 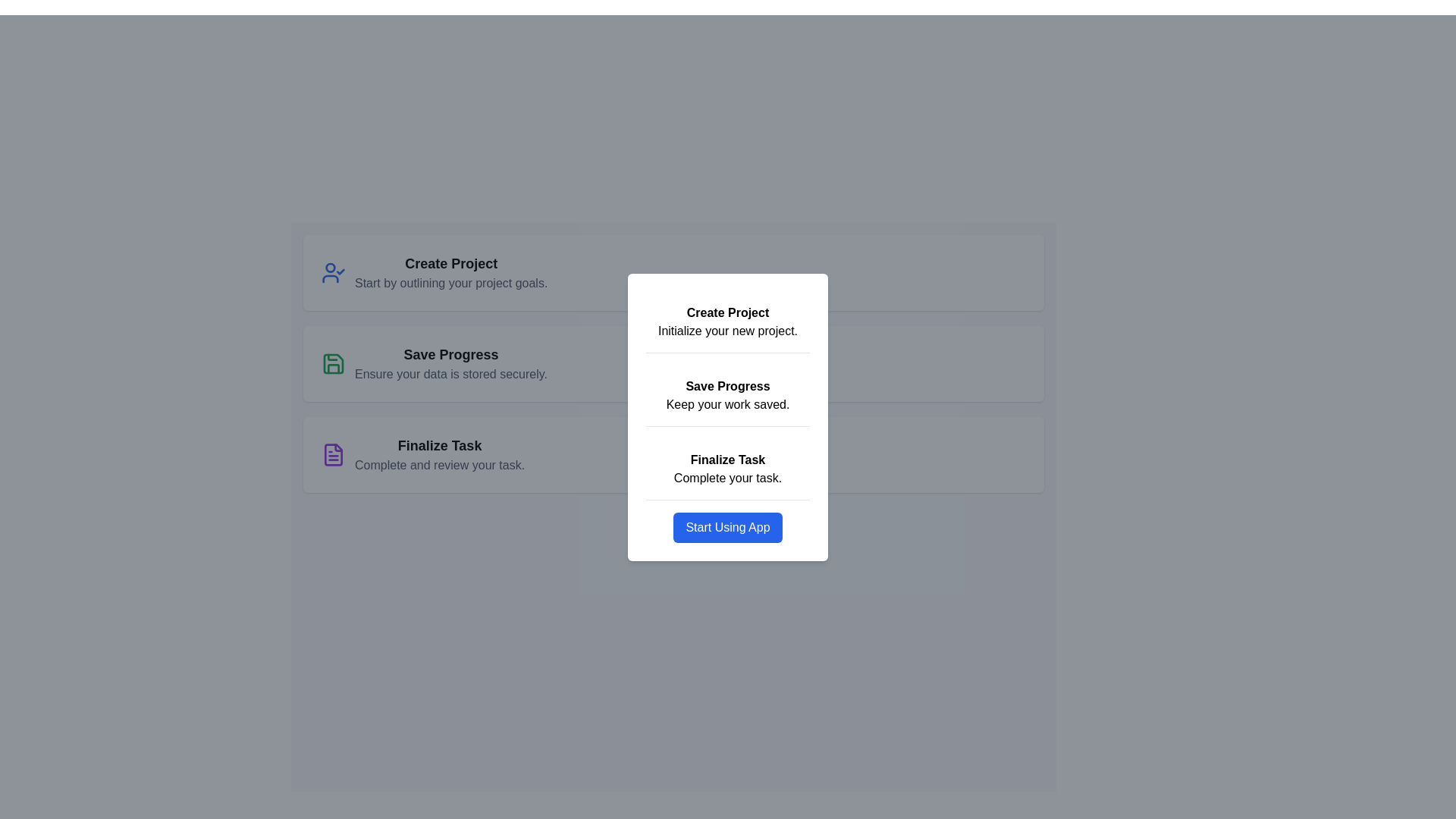 I want to click on the bolded text label displaying 'Save Progress', which is centrally positioned in the second section of a vertically arranged list, so click(x=728, y=385).